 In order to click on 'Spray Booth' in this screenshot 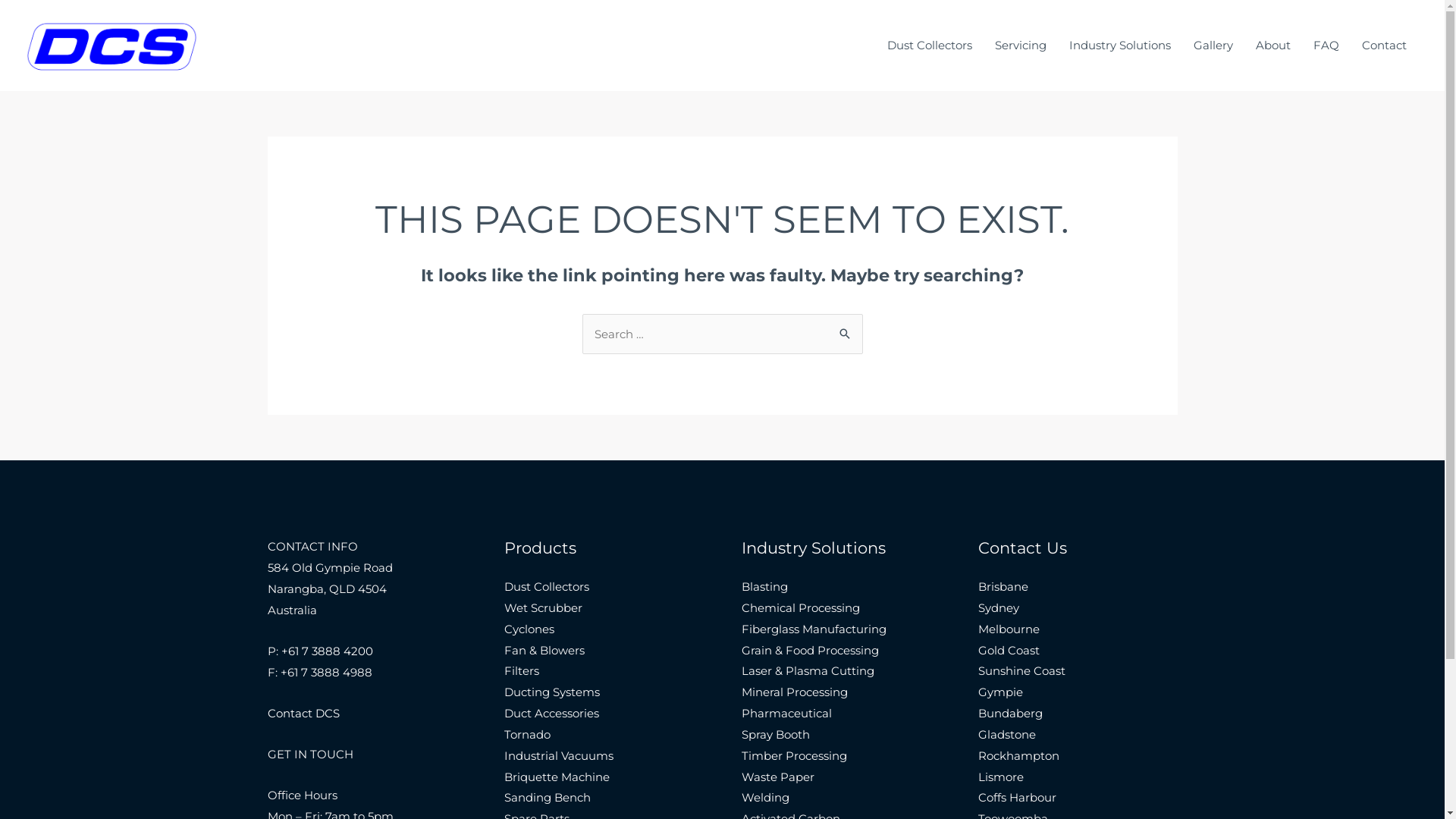, I will do `click(775, 733)`.